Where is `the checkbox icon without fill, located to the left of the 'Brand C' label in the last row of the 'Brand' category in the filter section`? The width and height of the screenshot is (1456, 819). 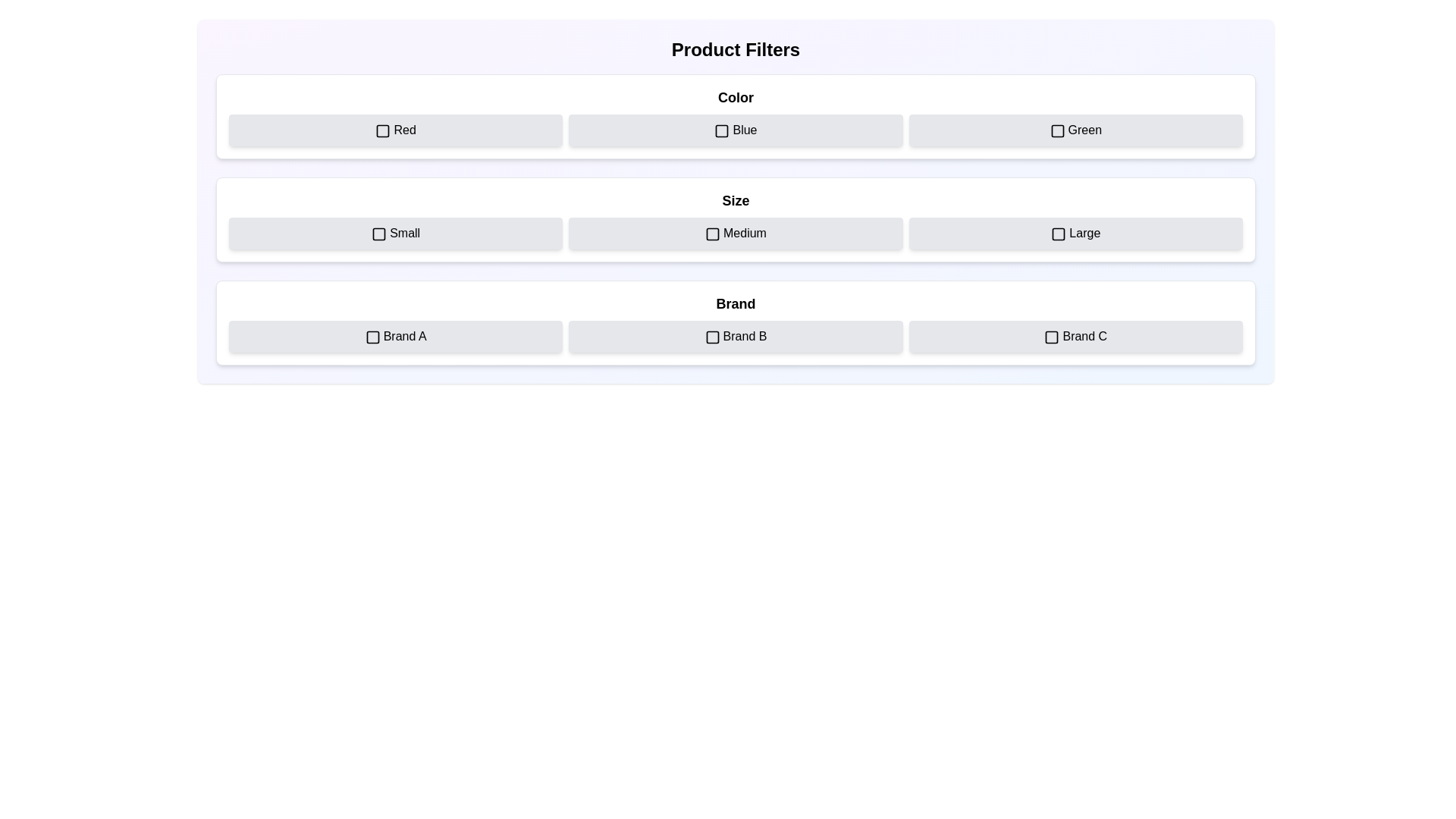 the checkbox icon without fill, located to the left of the 'Brand C' label in the last row of the 'Brand' category in the filter section is located at coordinates (1051, 336).